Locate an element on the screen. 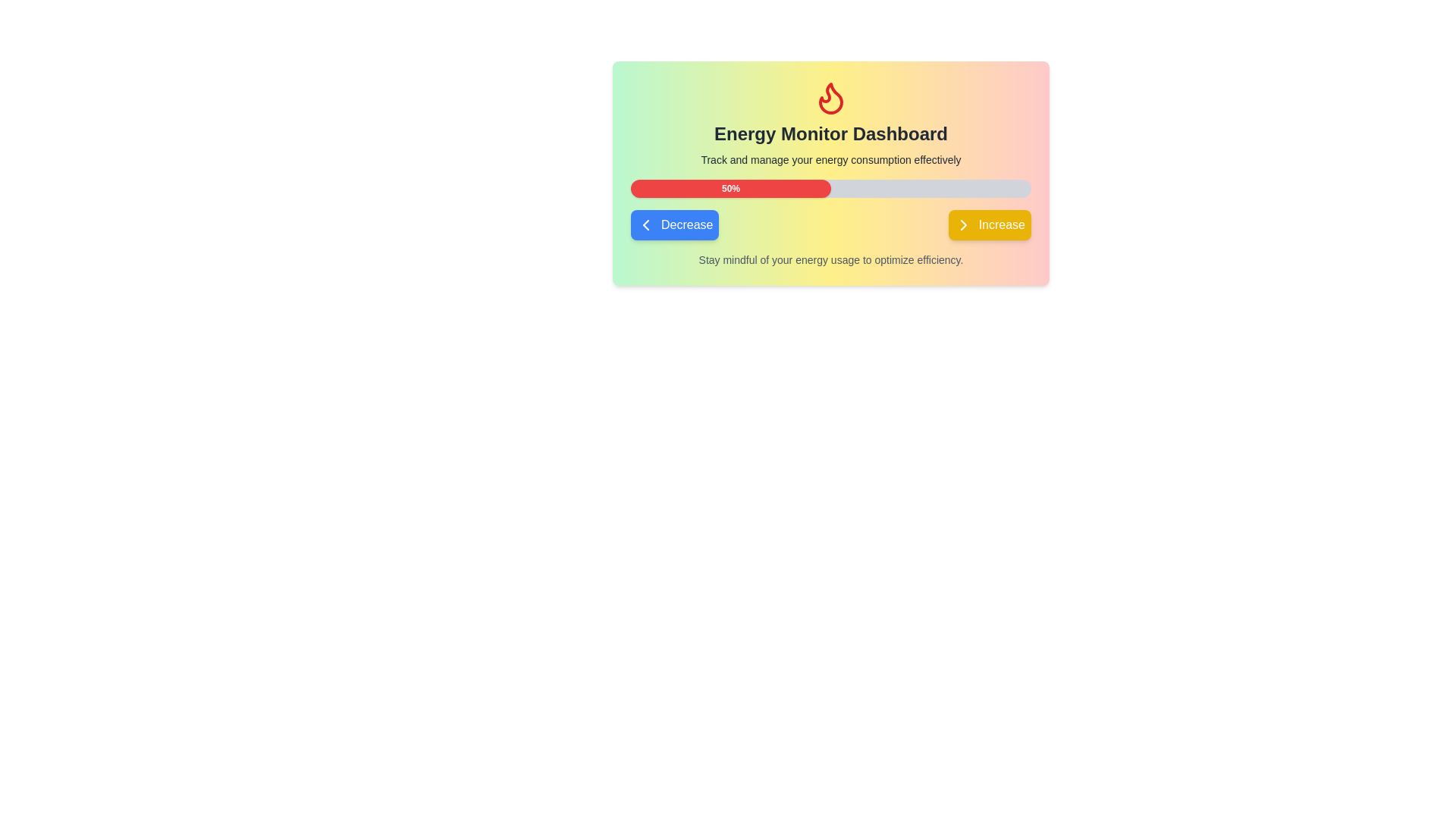 The image size is (1456, 819). the blue rectangular button labeled 'Decrease' with a left-pointing arrow icon is located at coordinates (674, 225).